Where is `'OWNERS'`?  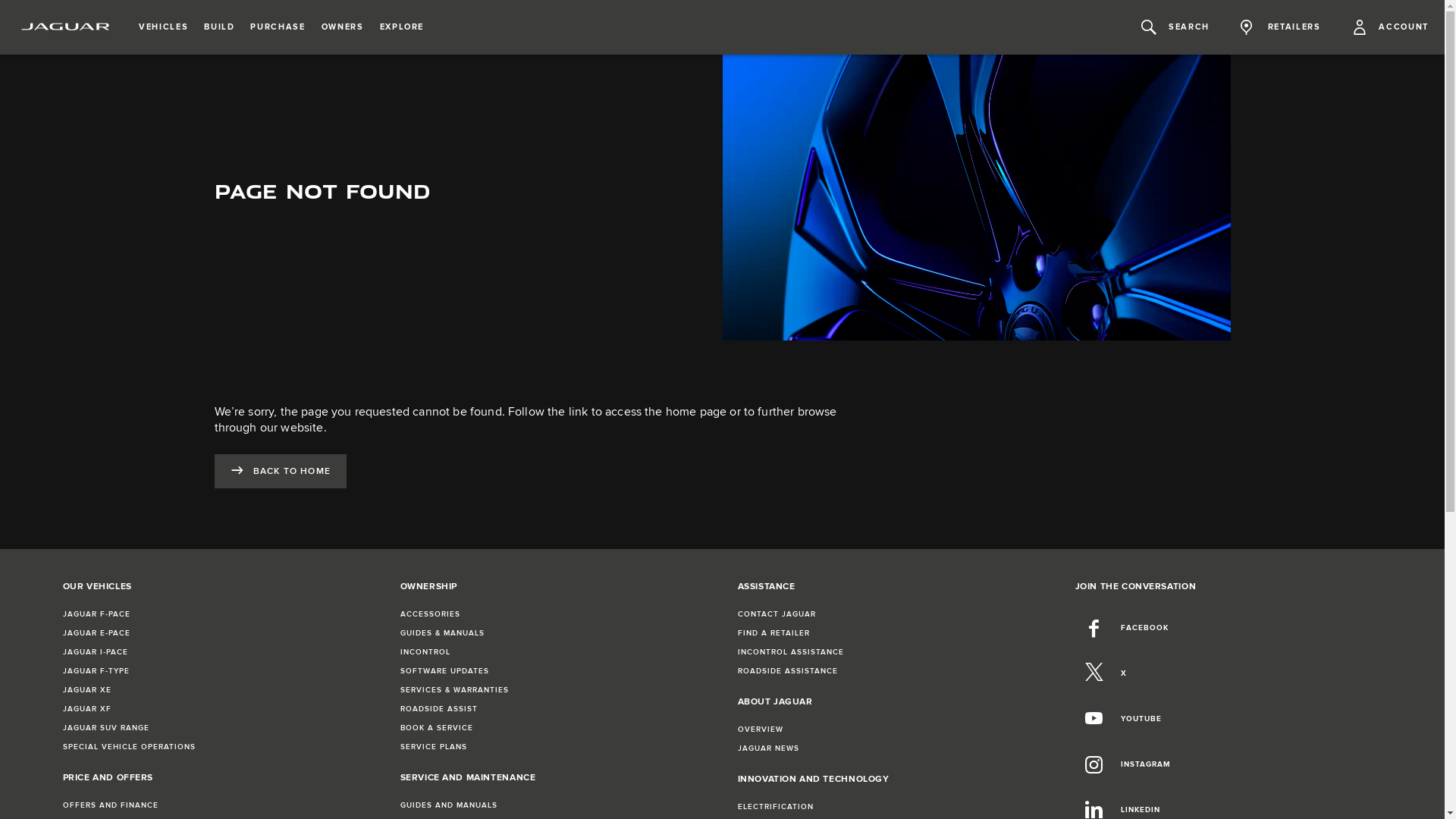 'OWNERS' is located at coordinates (341, 27).